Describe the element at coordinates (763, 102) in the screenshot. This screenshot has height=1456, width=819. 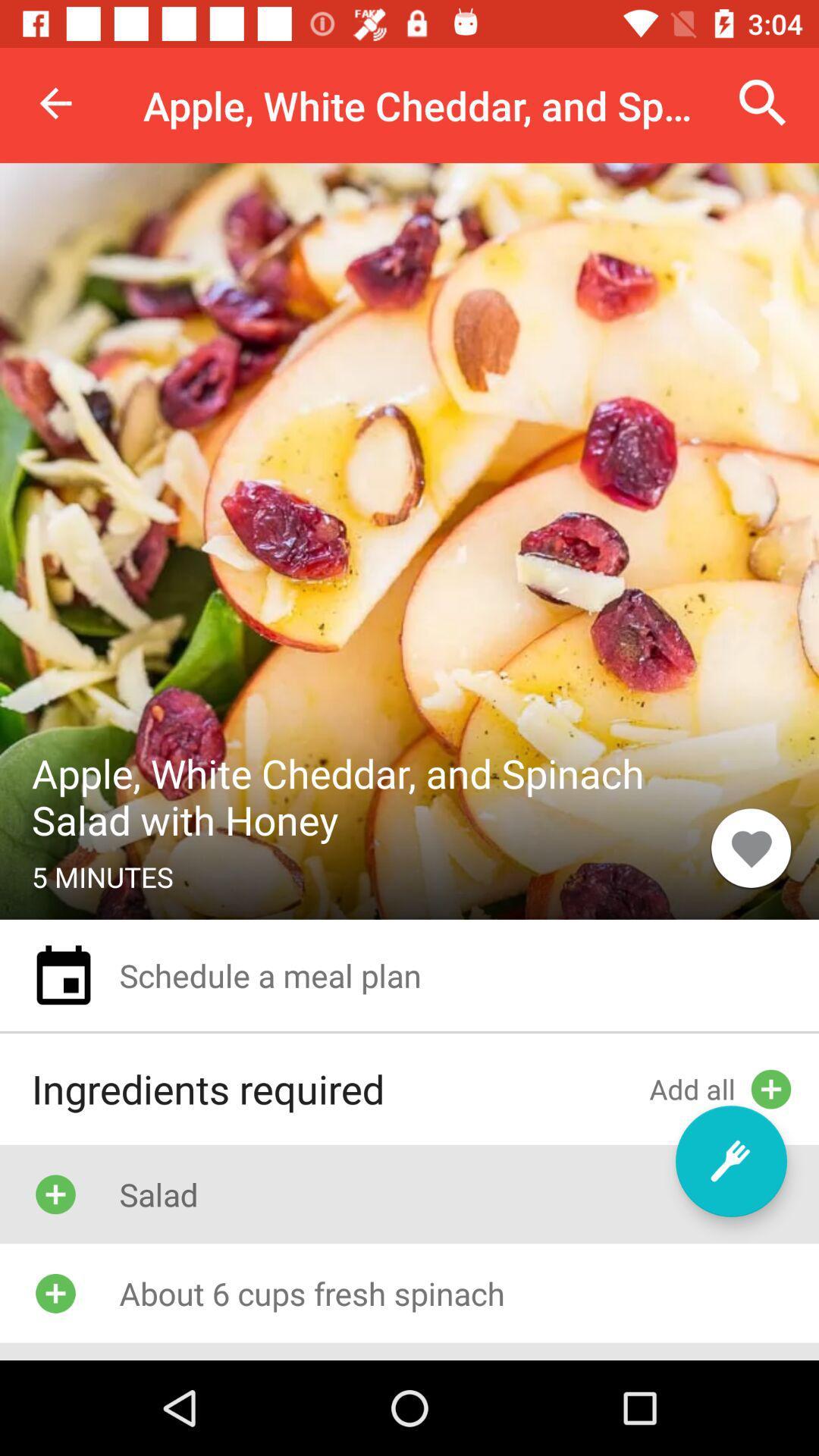
I see `item to the right of apple white cheddar` at that location.